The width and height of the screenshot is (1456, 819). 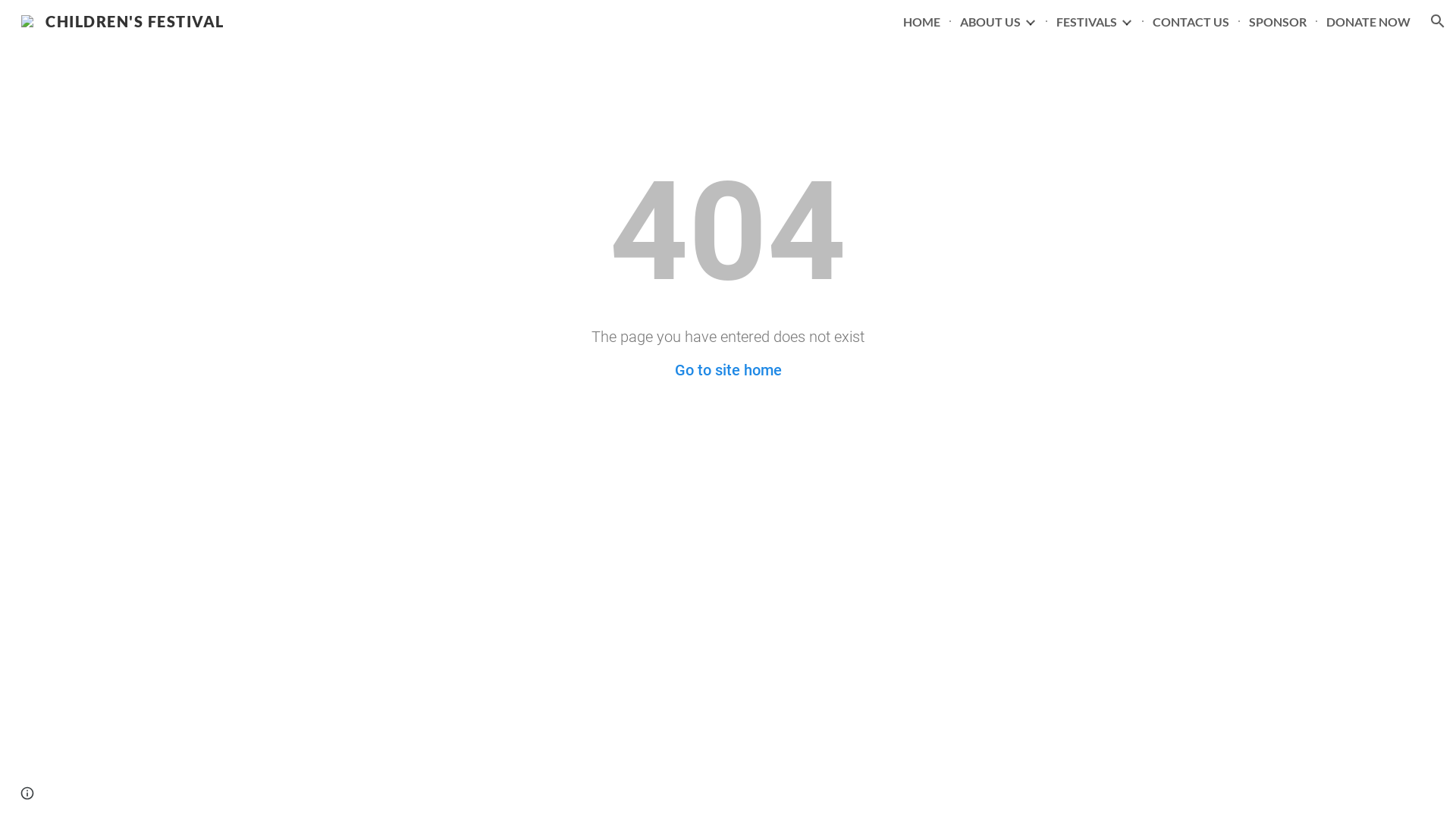 What do you see at coordinates (921, 20) in the screenshot?
I see `'HOME'` at bounding box center [921, 20].